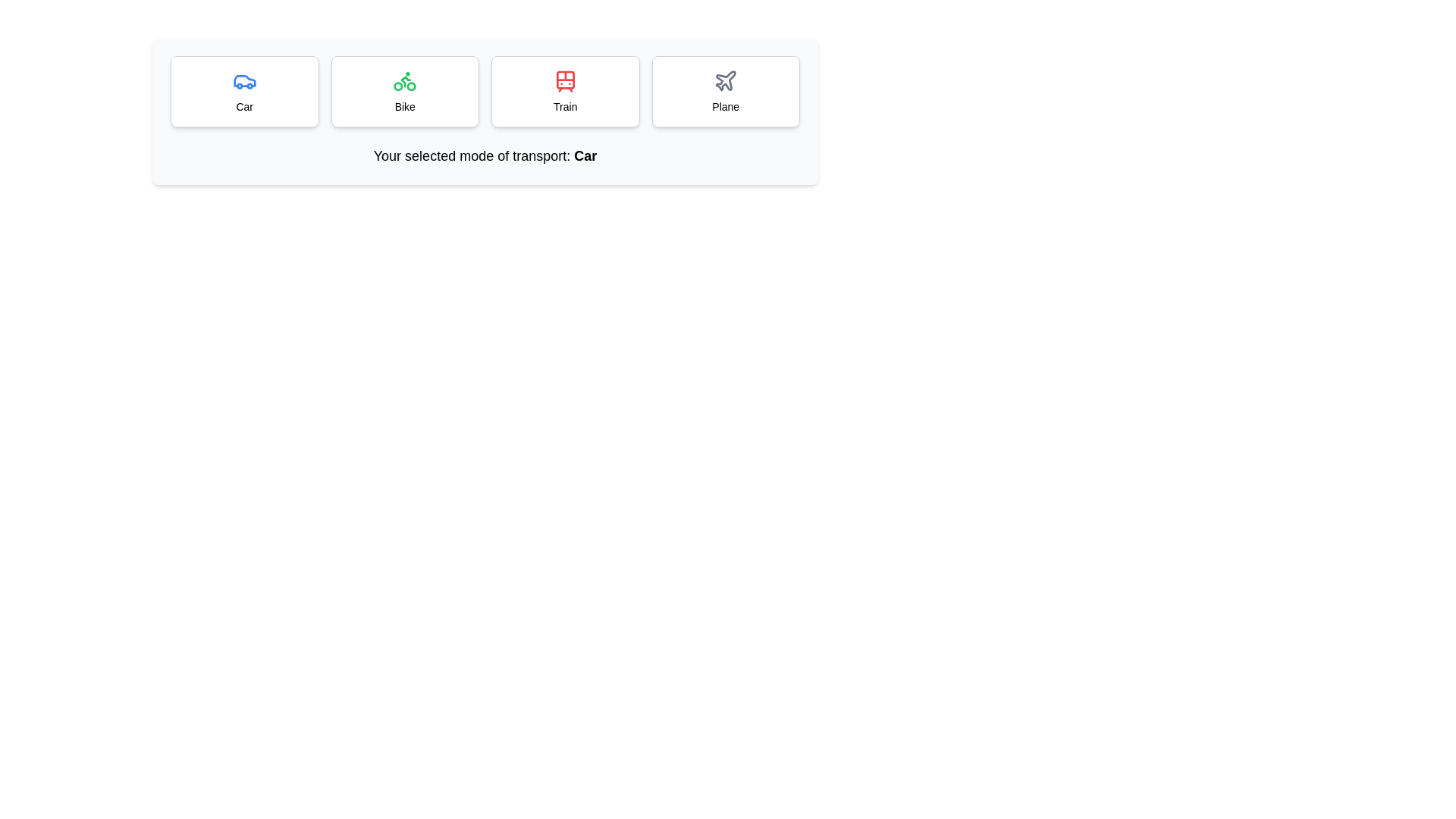 The image size is (1456, 819). I want to click on the static text display that shows the currently selected transport mode, which reads 'Your selected mode of transport: Car', so click(585, 155).